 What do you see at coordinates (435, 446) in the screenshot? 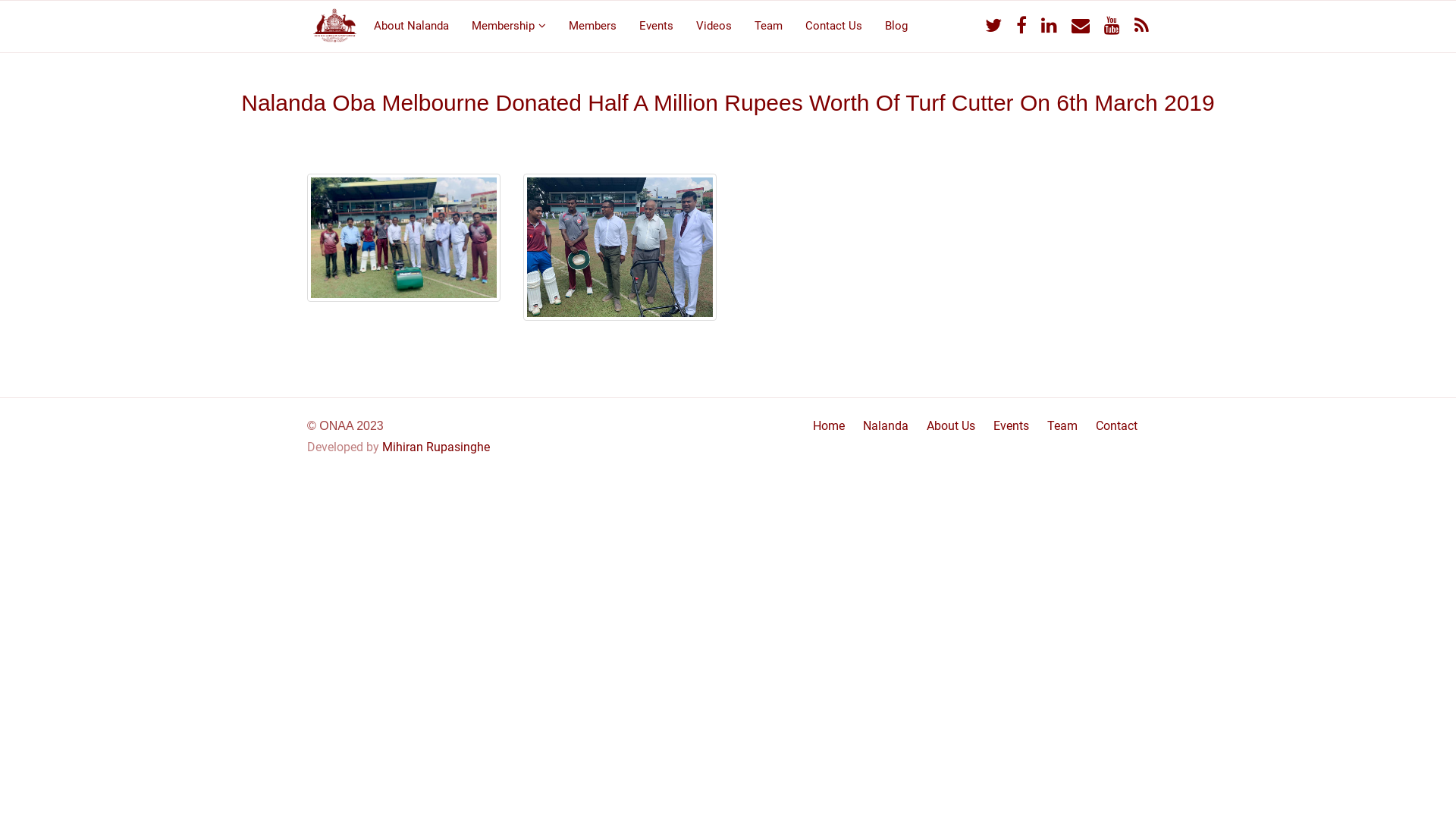
I see `'Mihiran Rupasinghe'` at bounding box center [435, 446].